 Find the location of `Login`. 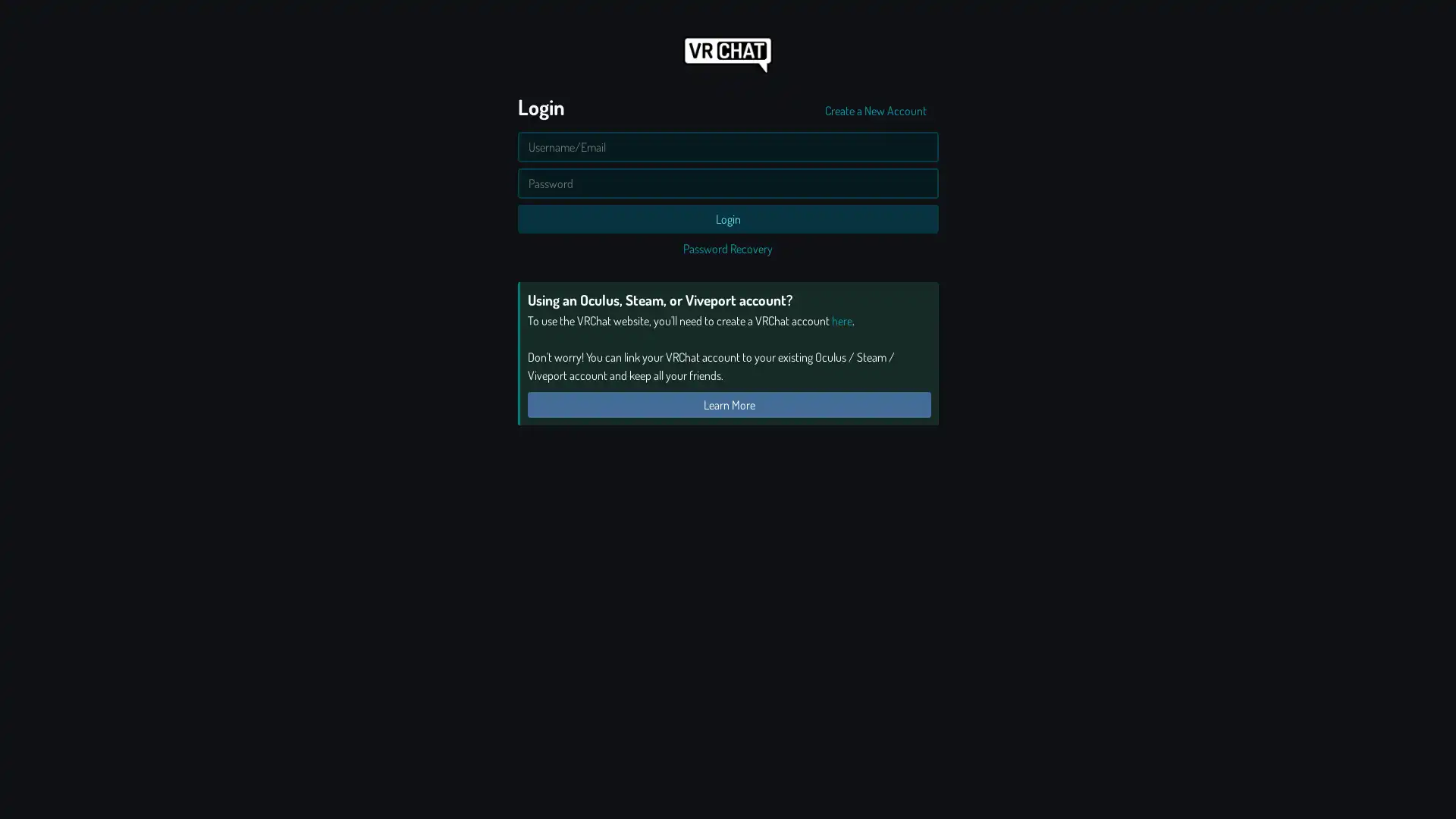

Login is located at coordinates (726, 219).